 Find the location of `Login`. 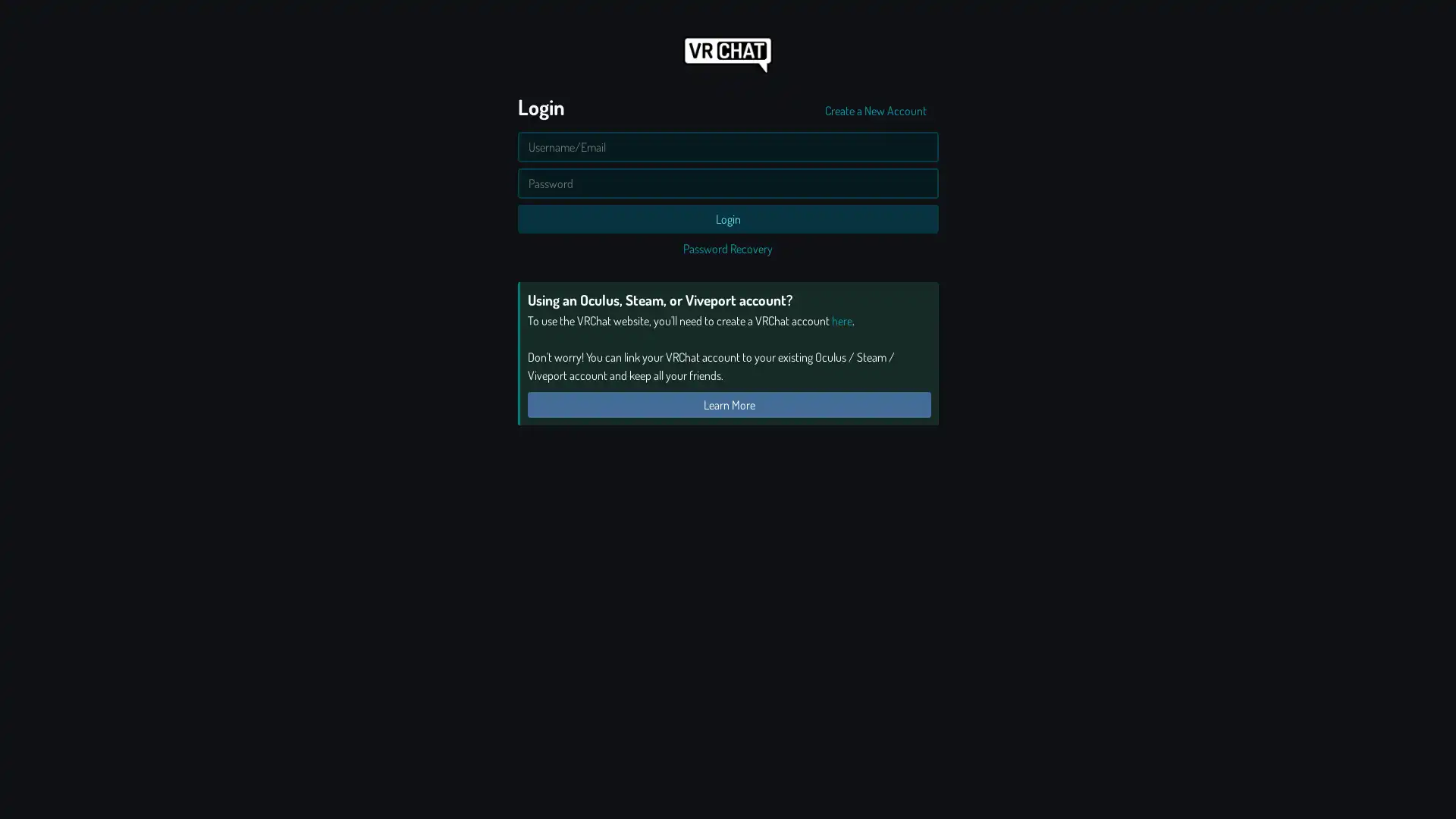

Login is located at coordinates (726, 219).